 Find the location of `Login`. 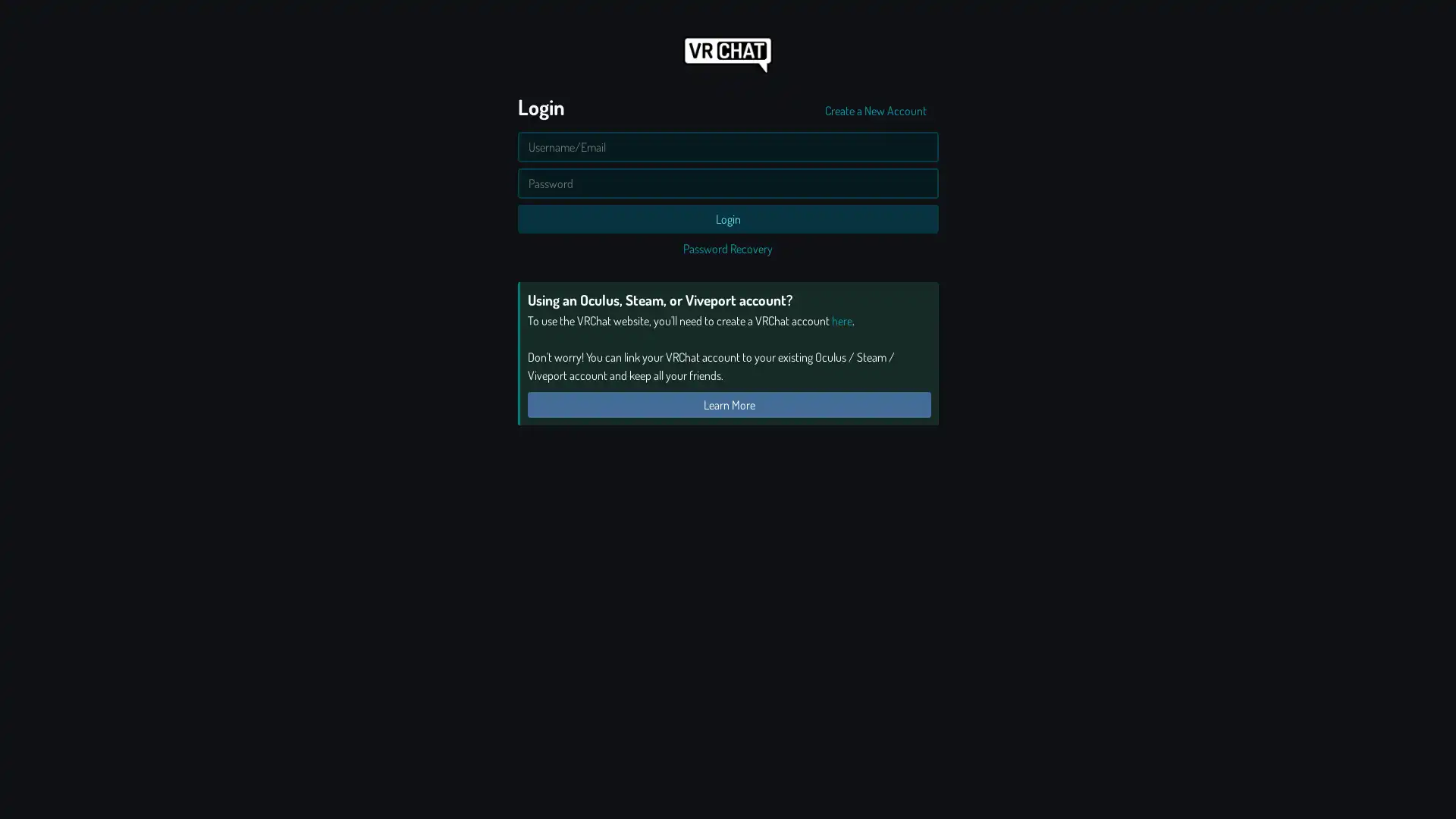

Login is located at coordinates (726, 219).